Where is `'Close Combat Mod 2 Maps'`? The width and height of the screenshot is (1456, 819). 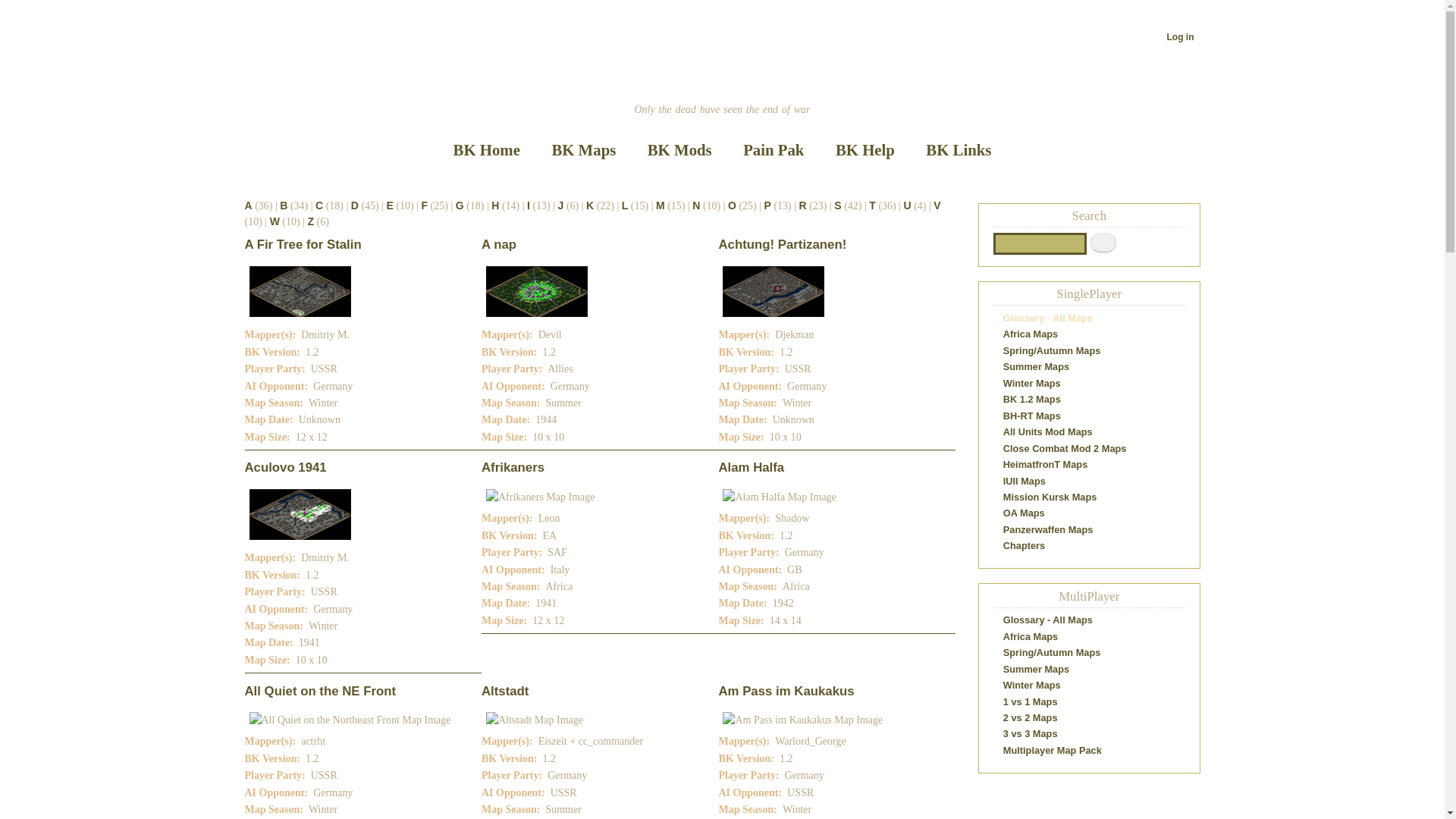 'Close Combat Mod 2 Maps' is located at coordinates (1003, 447).